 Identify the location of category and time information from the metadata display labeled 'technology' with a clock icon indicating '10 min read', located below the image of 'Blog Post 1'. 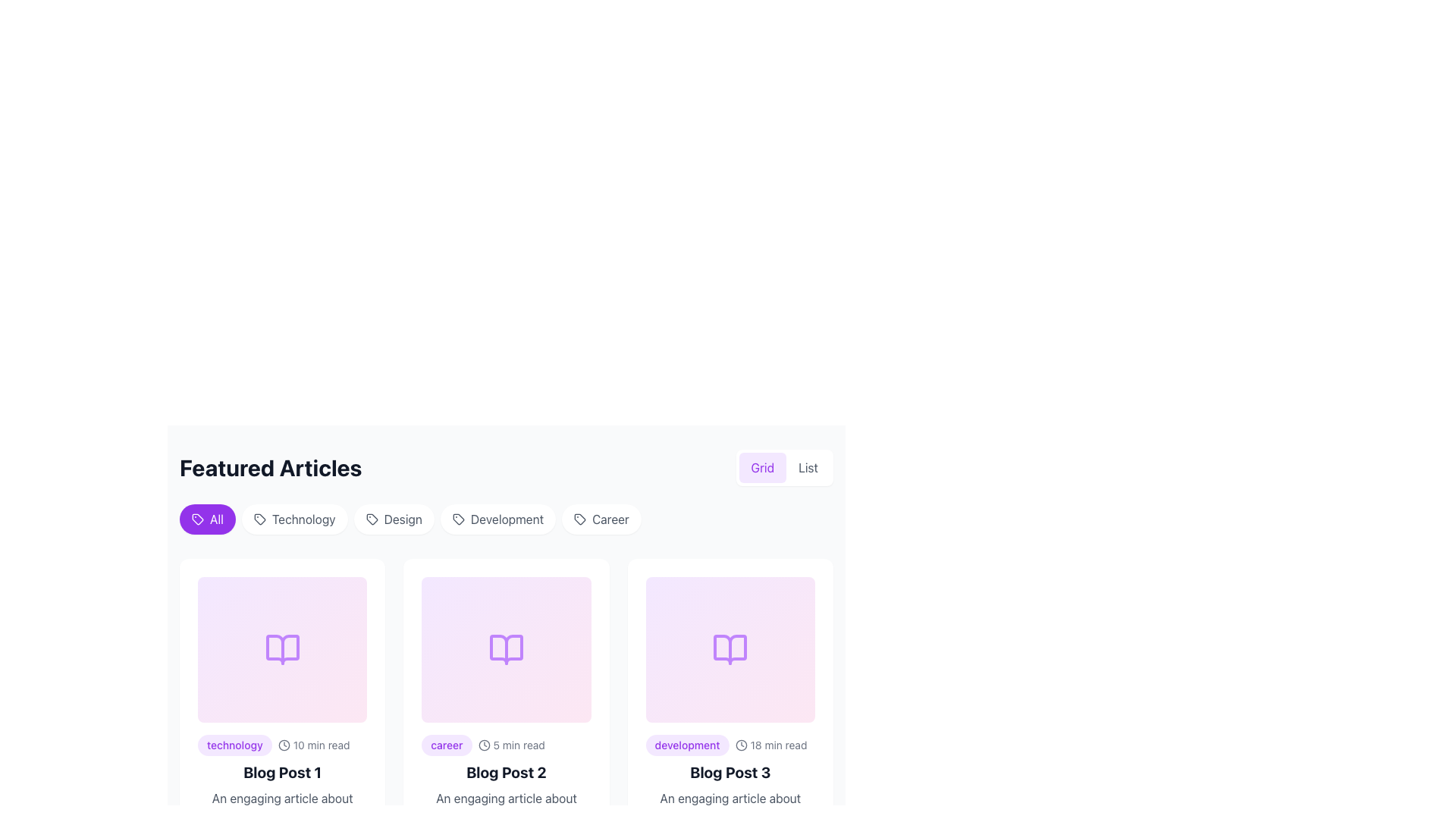
(282, 745).